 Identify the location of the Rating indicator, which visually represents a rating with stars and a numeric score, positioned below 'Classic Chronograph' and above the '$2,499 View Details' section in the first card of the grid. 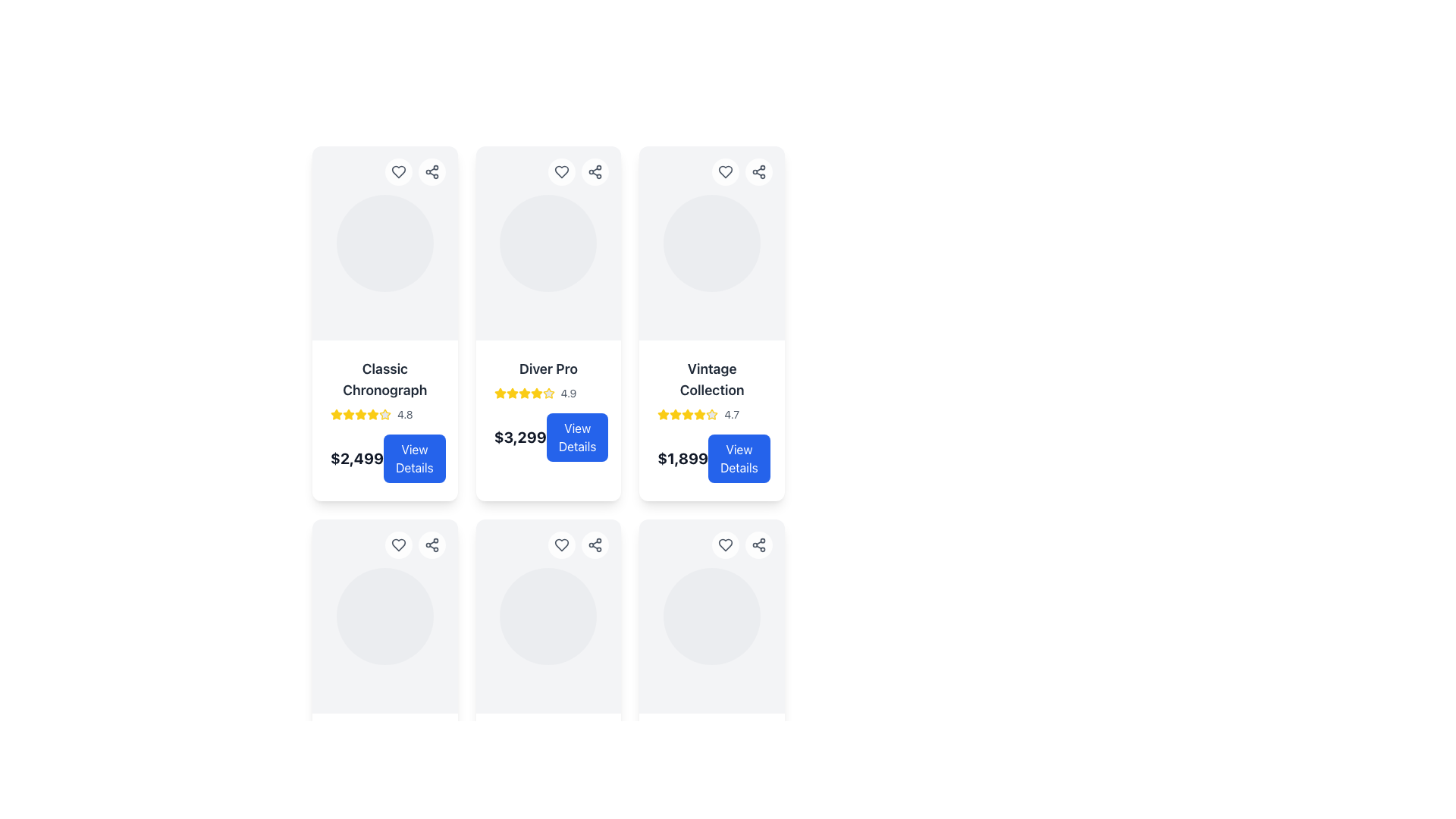
(384, 415).